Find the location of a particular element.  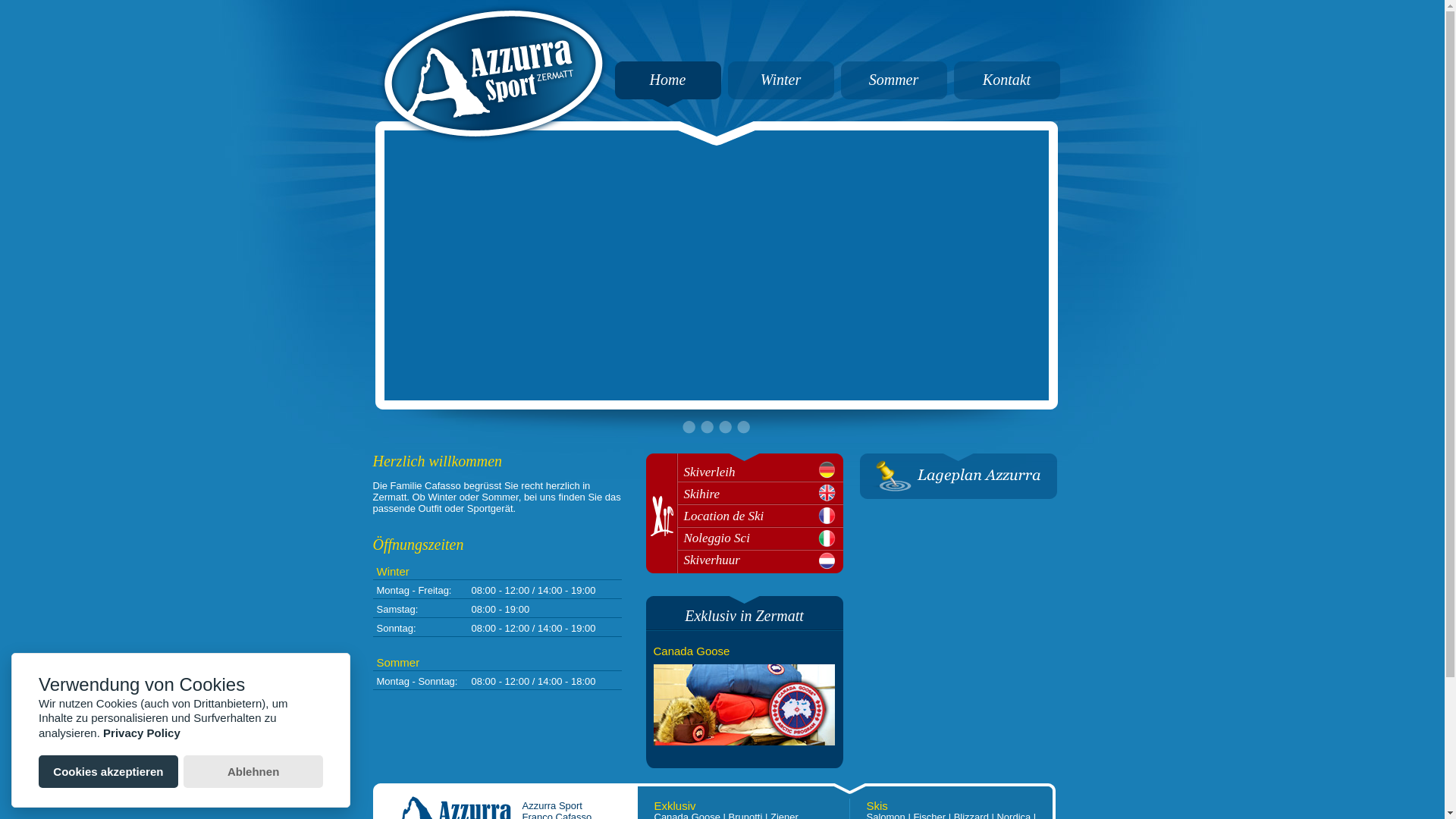

'Sommer' is located at coordinates (893, 93).